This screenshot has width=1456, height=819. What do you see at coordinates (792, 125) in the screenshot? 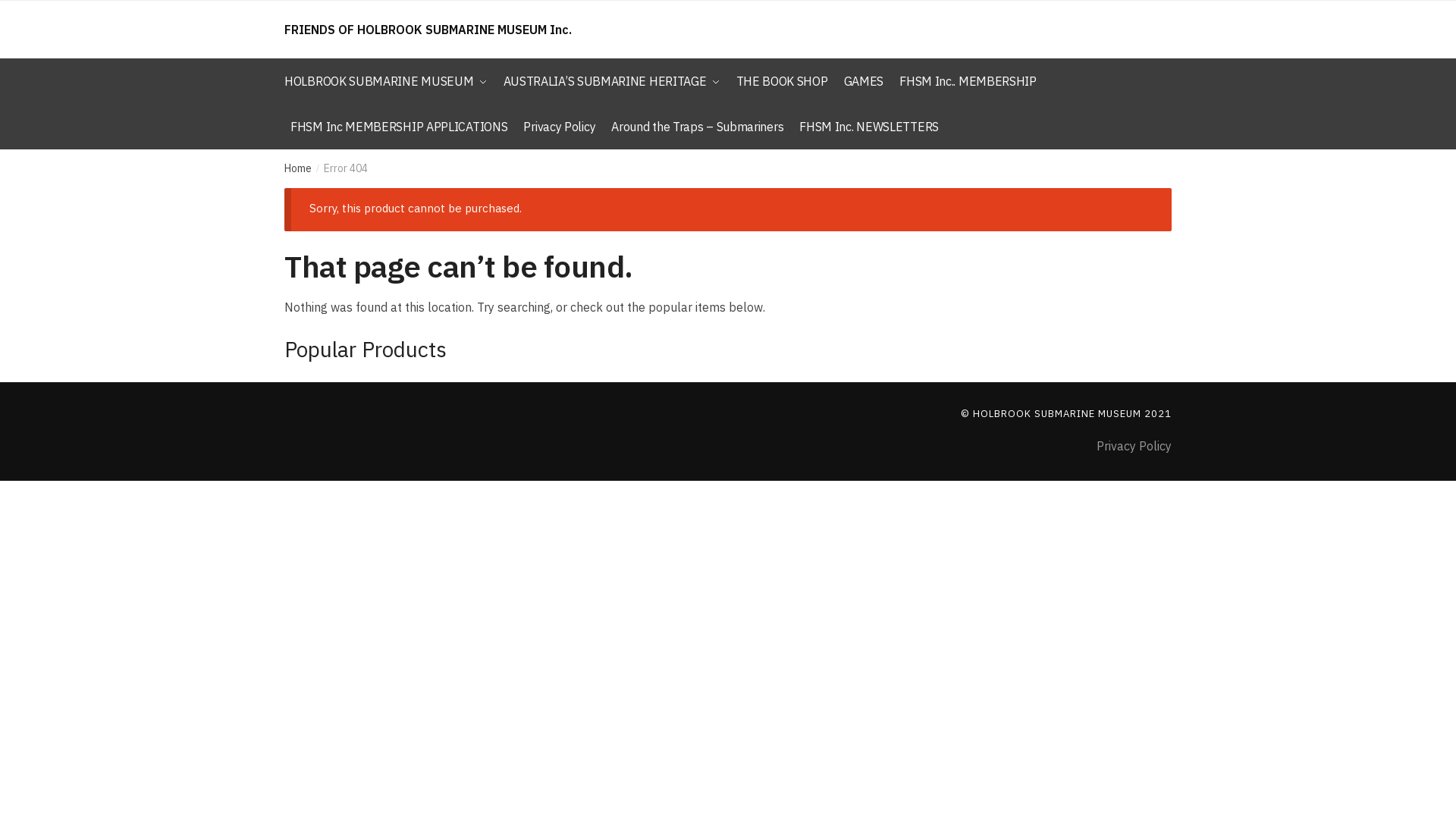
I see `'FHSM Inc. NEWSLETTERS'` at bounding box center [792, 125].